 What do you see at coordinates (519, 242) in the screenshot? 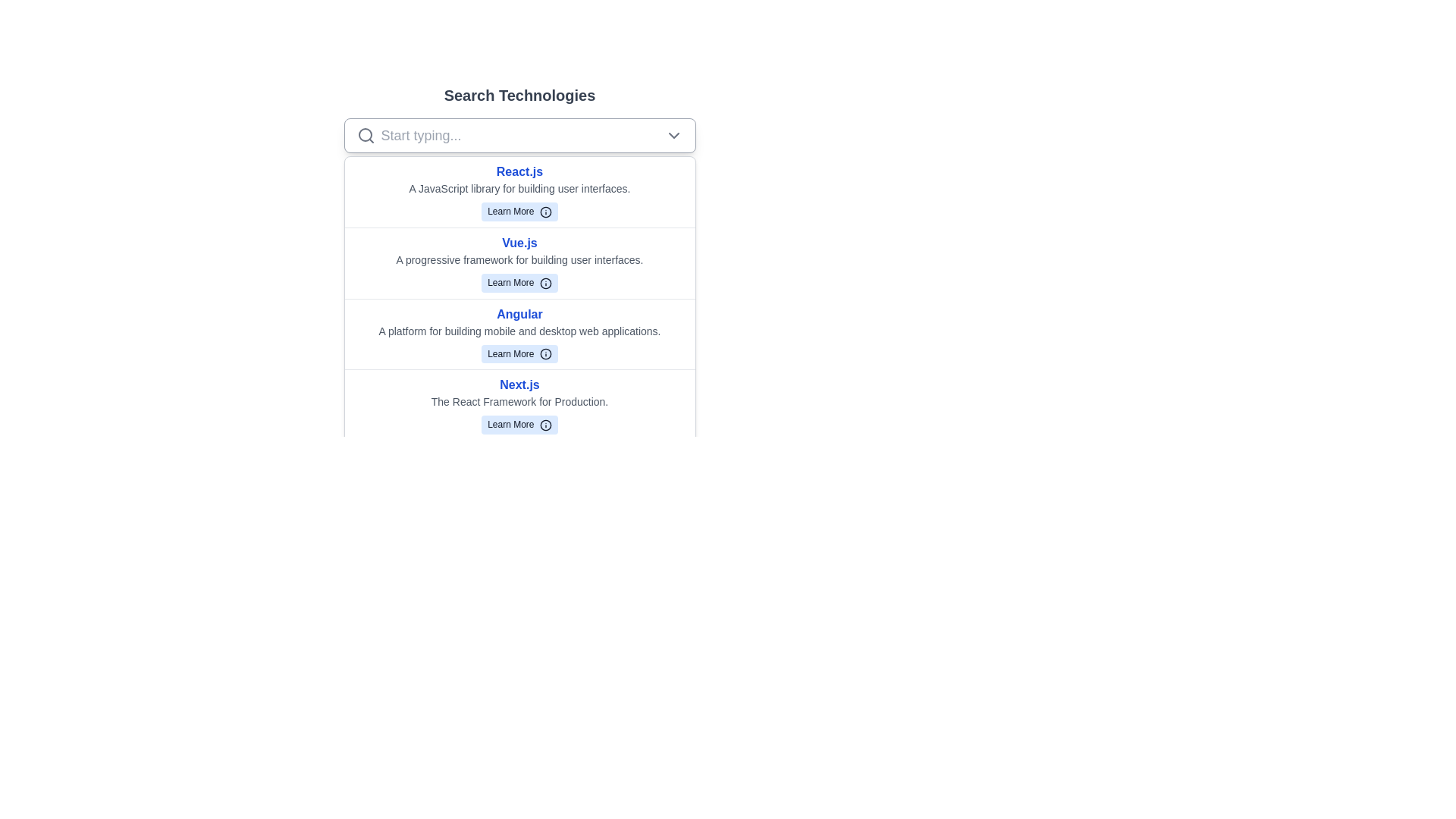
I see `the Static text element displaying 'Vue.js' in bold blue font, which serves as the title for a section in the interface` at bounding box center [519, 242].